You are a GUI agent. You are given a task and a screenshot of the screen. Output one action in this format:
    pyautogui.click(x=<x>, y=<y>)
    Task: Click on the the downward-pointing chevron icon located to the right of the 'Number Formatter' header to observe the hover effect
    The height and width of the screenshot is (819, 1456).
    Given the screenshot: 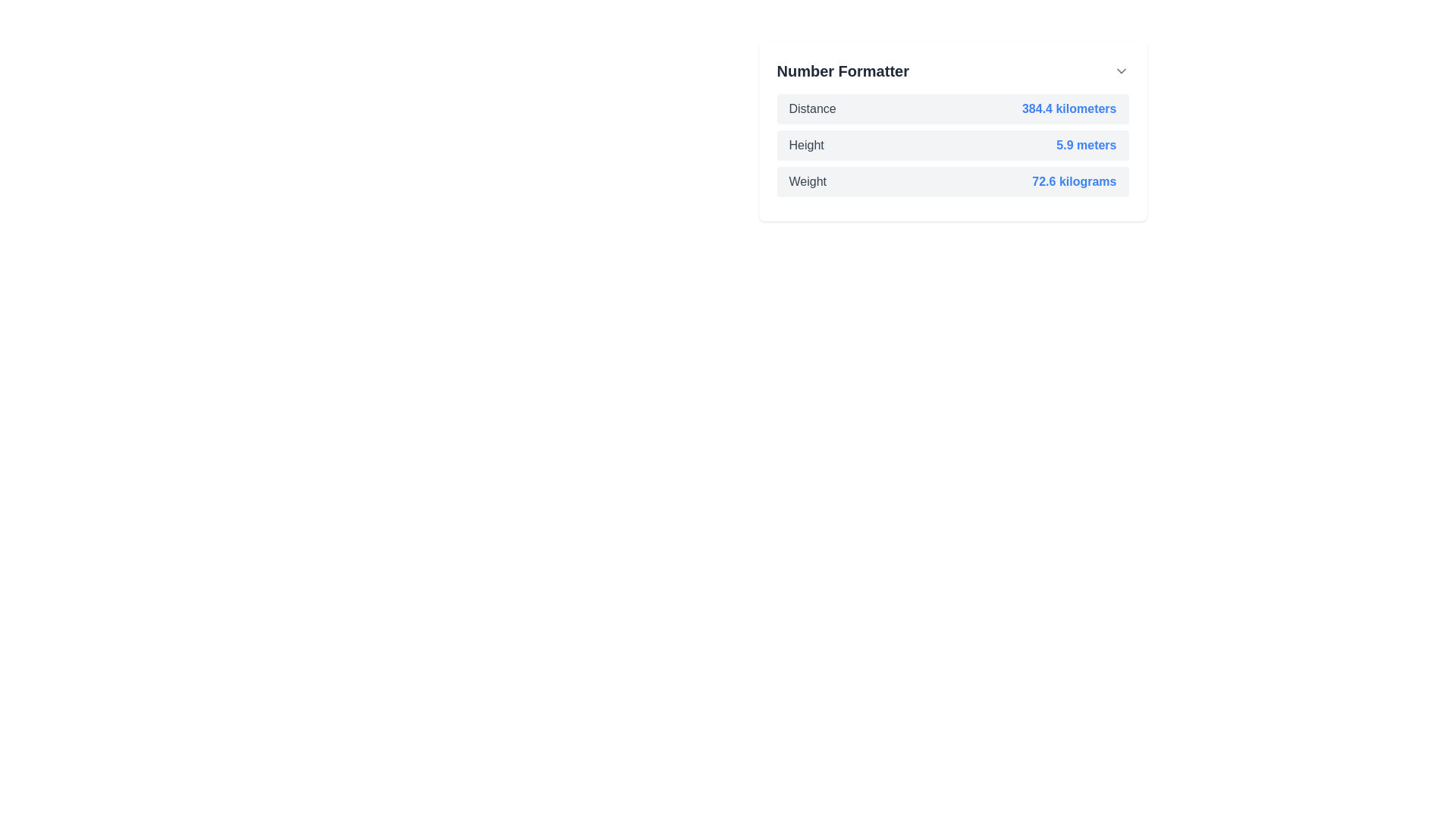 What is the action you would take?
    pyautogui.click(x=1121, y=71)
    